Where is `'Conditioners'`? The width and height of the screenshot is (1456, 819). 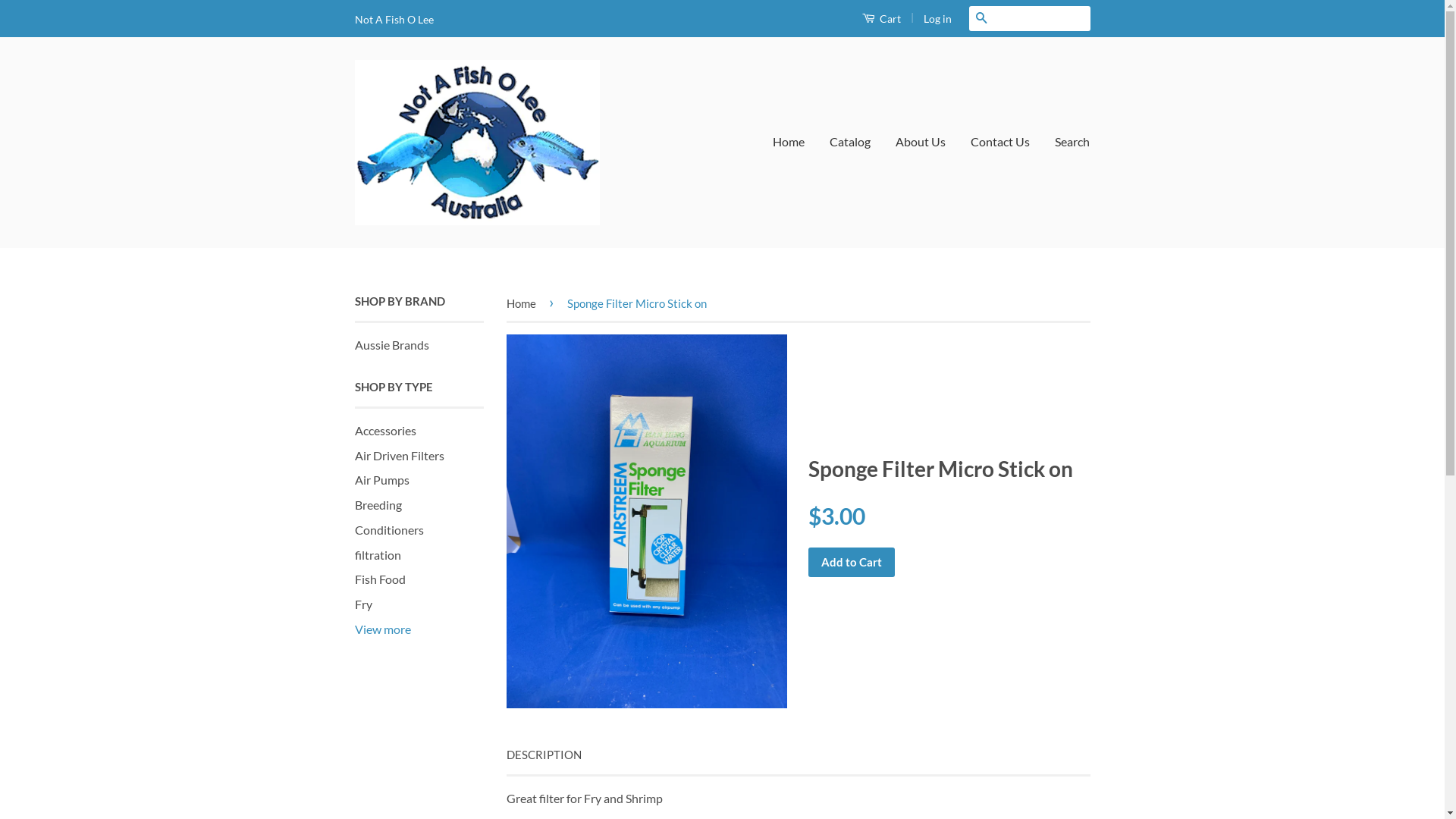 'Conditioners' is located at coordinates (389, 529).